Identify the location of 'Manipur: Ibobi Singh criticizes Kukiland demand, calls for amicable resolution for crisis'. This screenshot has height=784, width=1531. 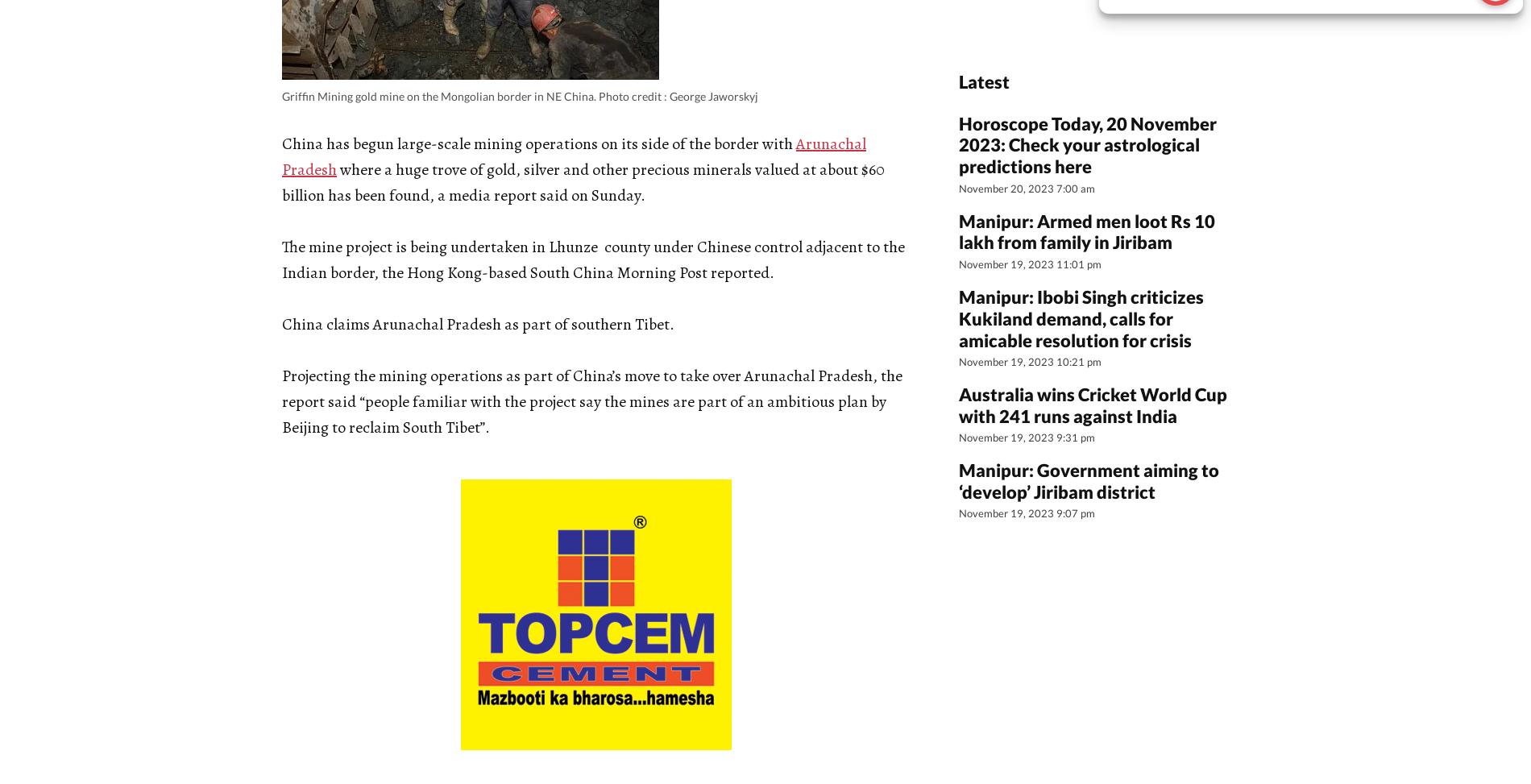
(1080, 317).